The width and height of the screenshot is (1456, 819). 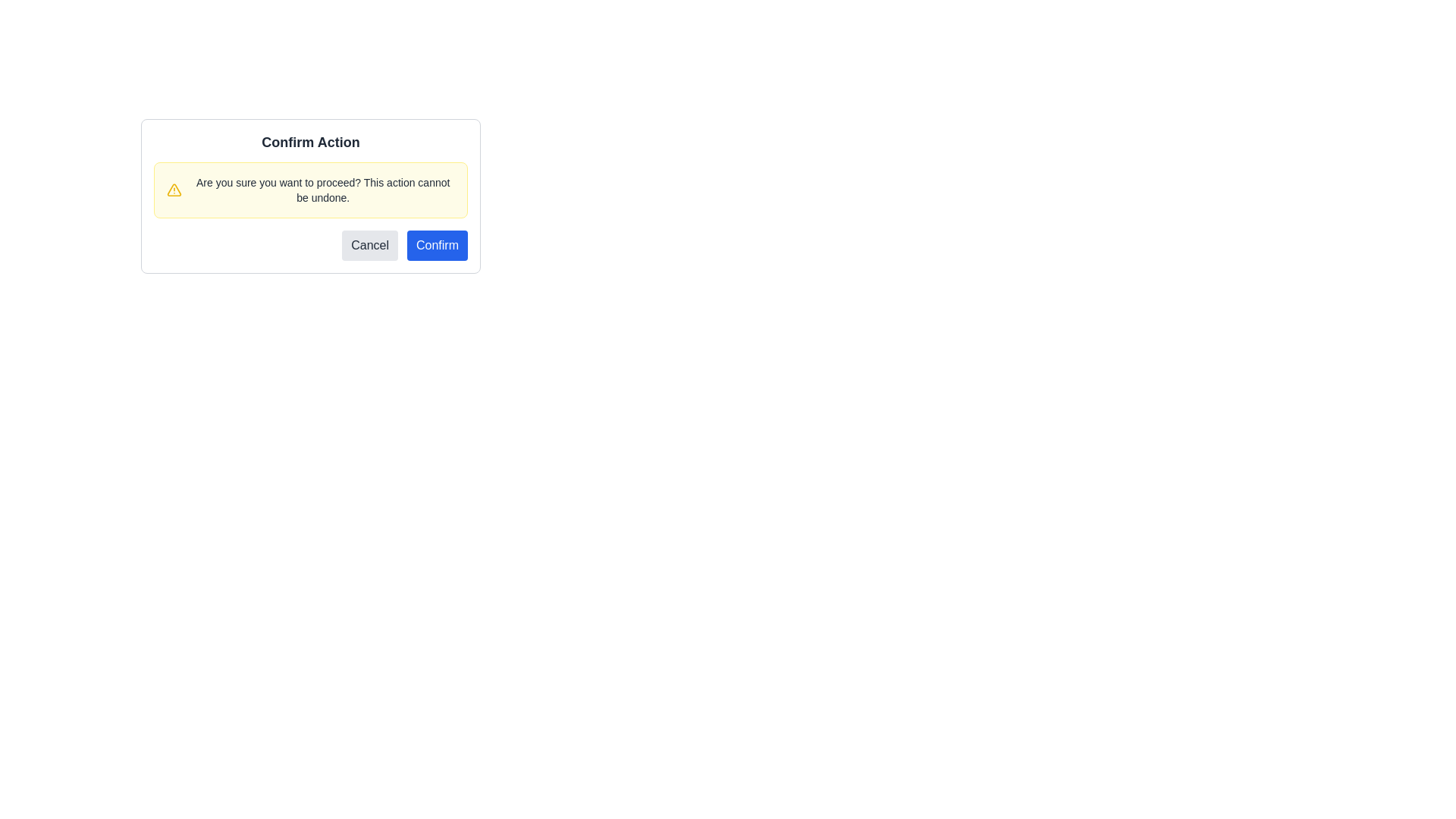 What do you see at coordinates (436, 245) in the screenshot?
I see `the confirmation button located on the right side of the dialog box, which is the second button next to the gray 'Cancel' button` at bounding box center [436, 245].